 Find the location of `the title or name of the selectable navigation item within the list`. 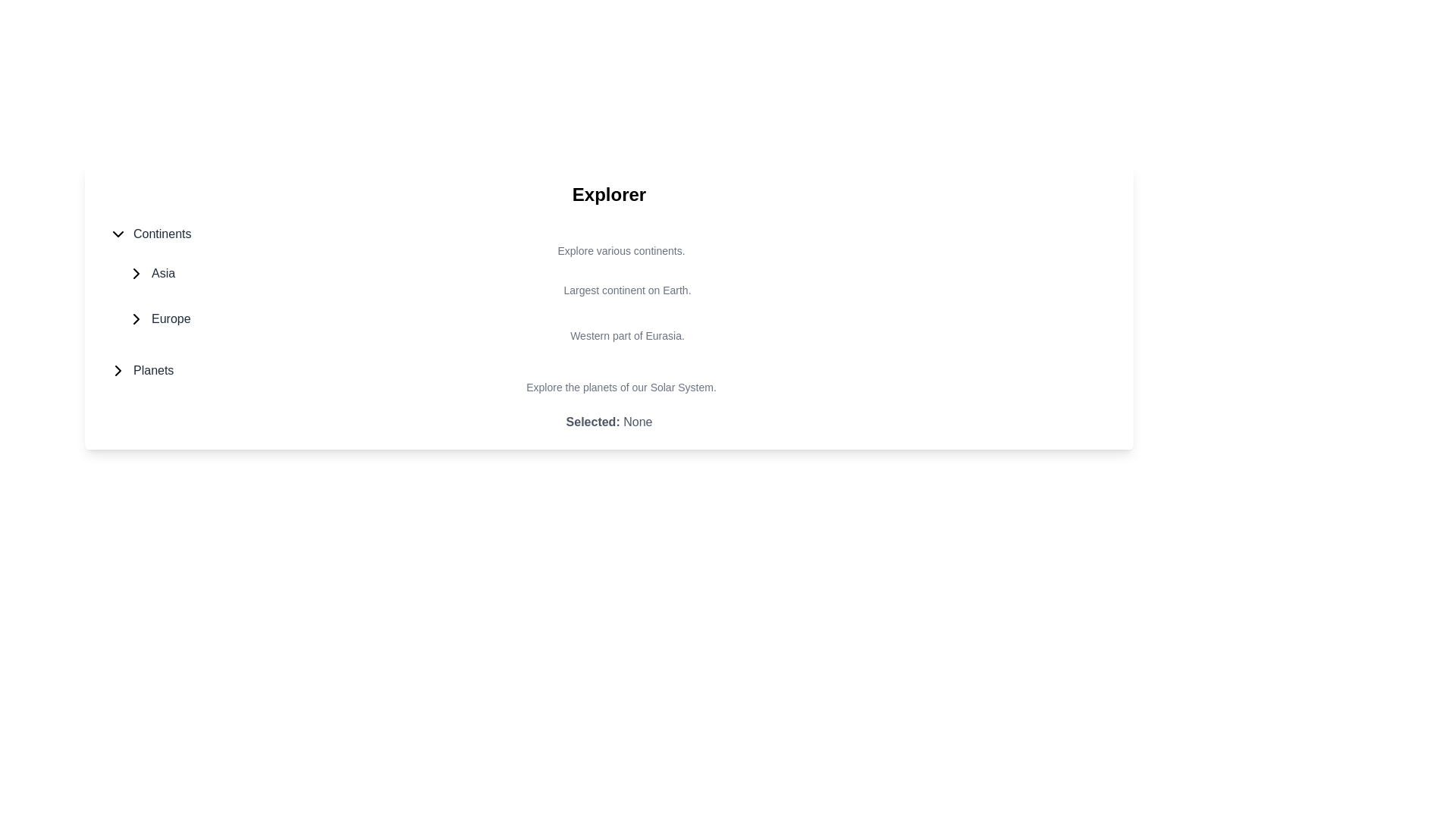

the title or name of the selectable navigation item within the list is located at coordinates (609, 371).